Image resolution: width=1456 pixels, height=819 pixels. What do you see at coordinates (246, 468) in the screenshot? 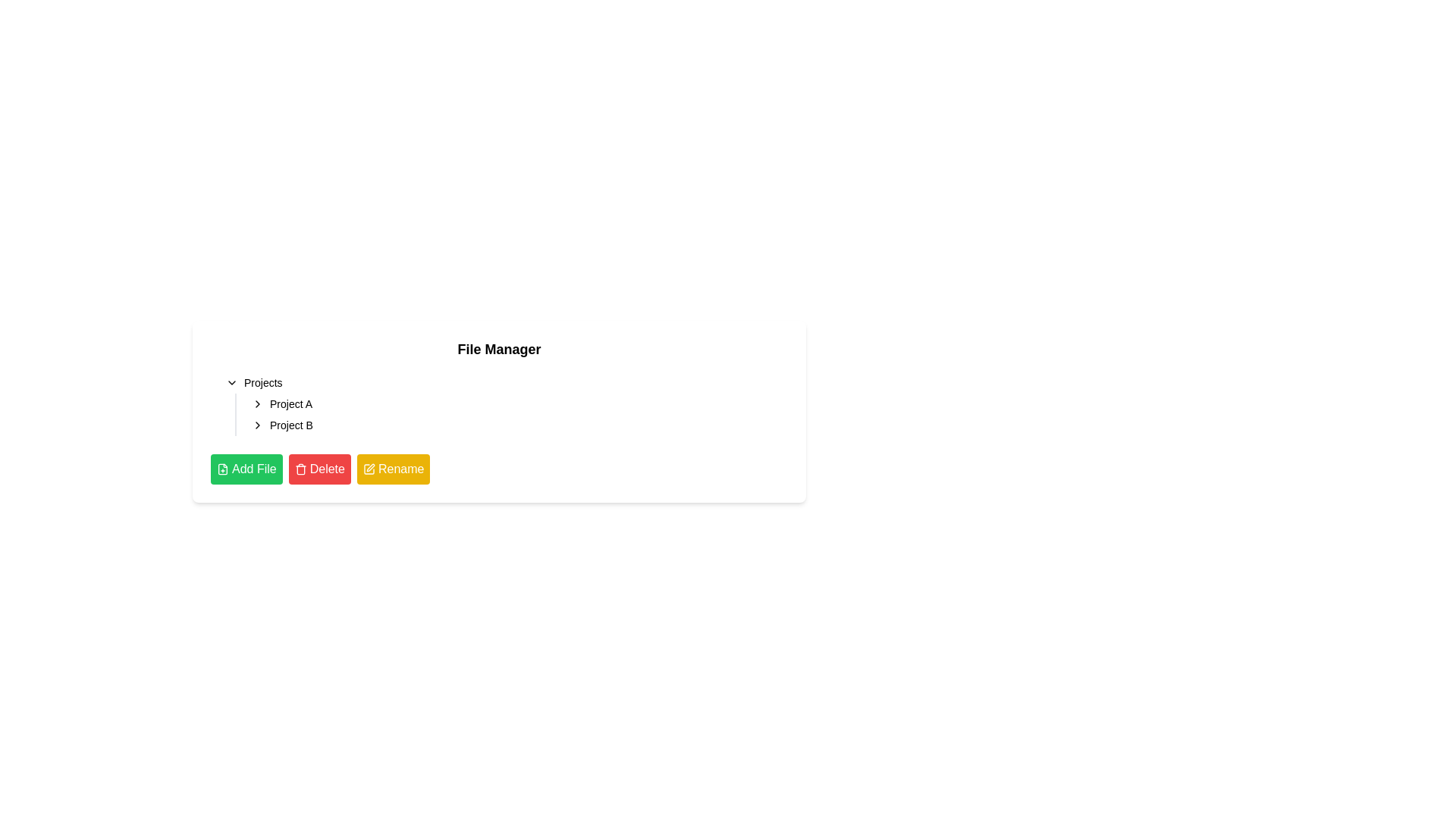
I see `the first button in the bottom-left corner of the panel` at bounding box center [246, 468].